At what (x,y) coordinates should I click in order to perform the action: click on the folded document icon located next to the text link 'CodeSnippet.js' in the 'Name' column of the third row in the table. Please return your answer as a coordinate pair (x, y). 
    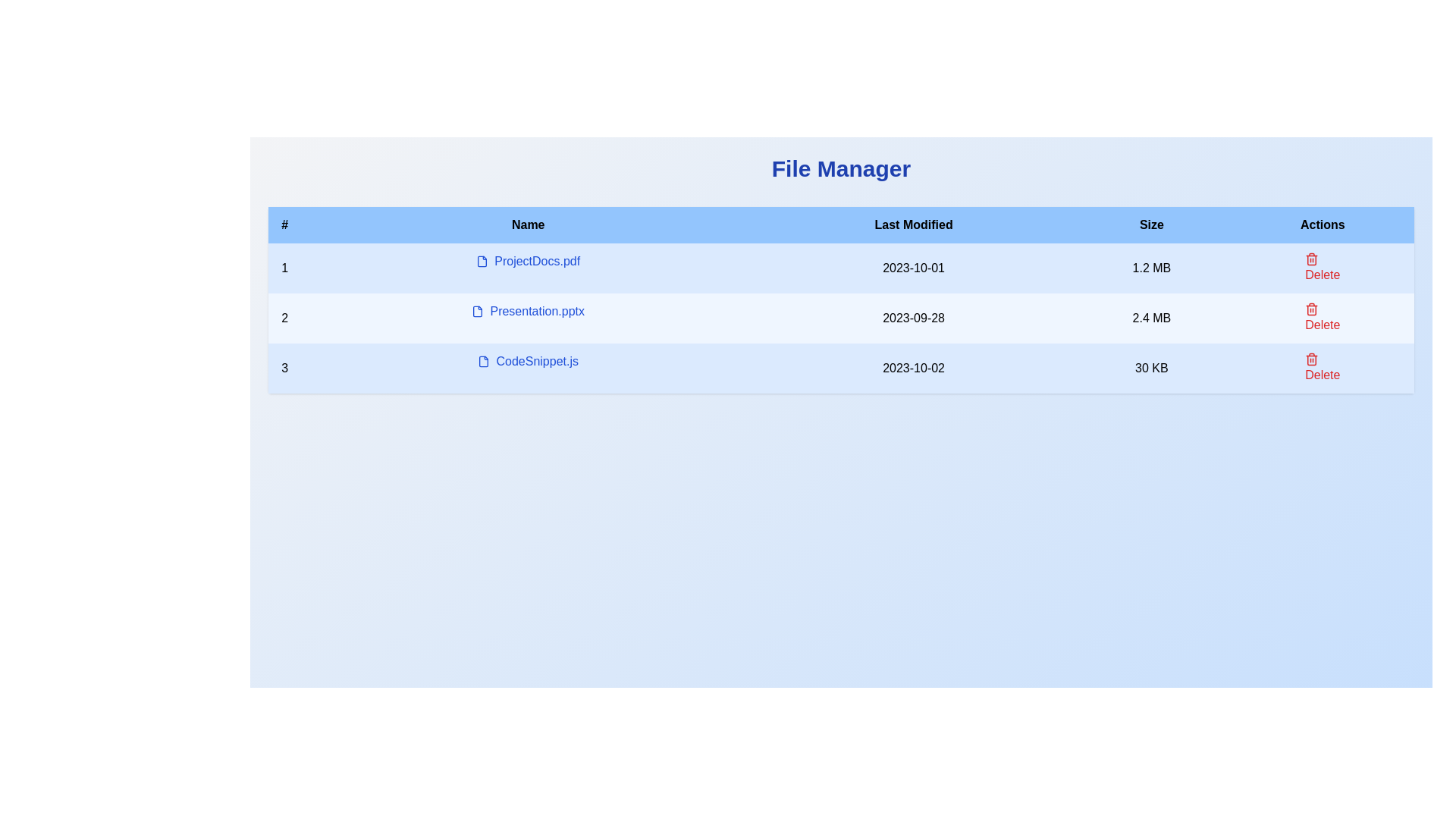
    Looking at the image, I should click on (483, 362).